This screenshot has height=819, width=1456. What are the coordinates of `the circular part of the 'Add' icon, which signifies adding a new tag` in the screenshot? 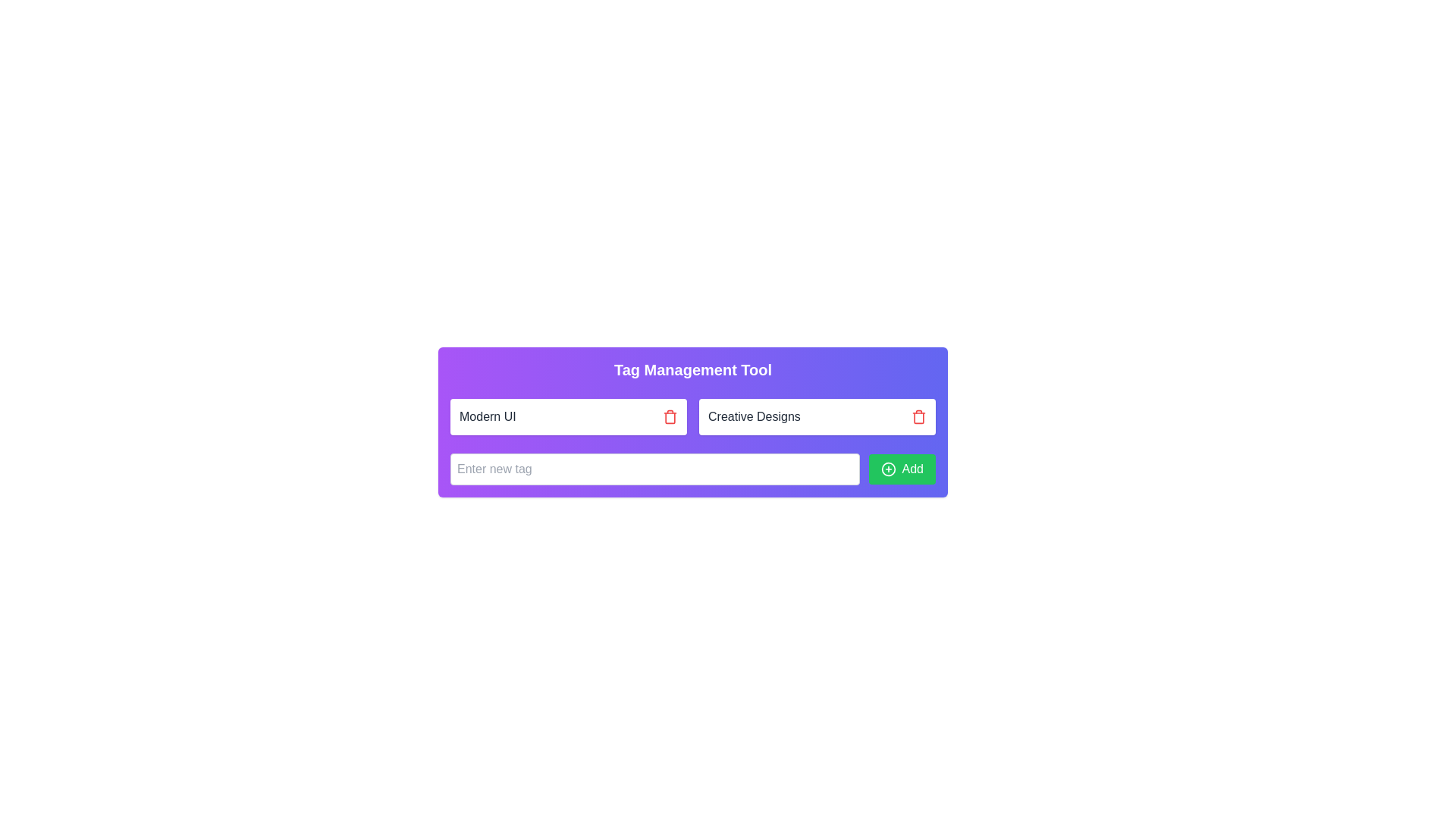 It's located at (888, 468).